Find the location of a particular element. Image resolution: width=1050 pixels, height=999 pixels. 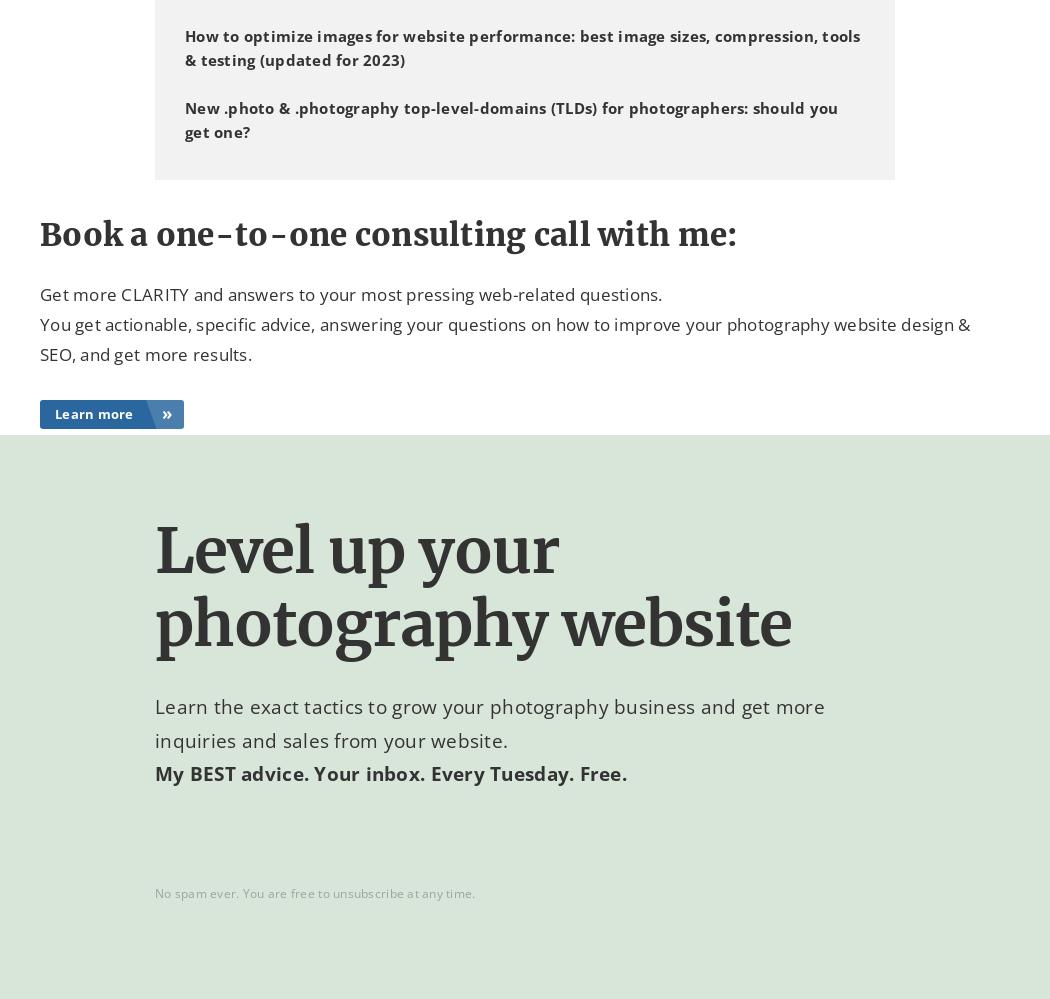

'You get actionable, specific advice, answering your questions on how to improve your photography website design & SEO, and get more results.' is located at coordinates (504, 338).